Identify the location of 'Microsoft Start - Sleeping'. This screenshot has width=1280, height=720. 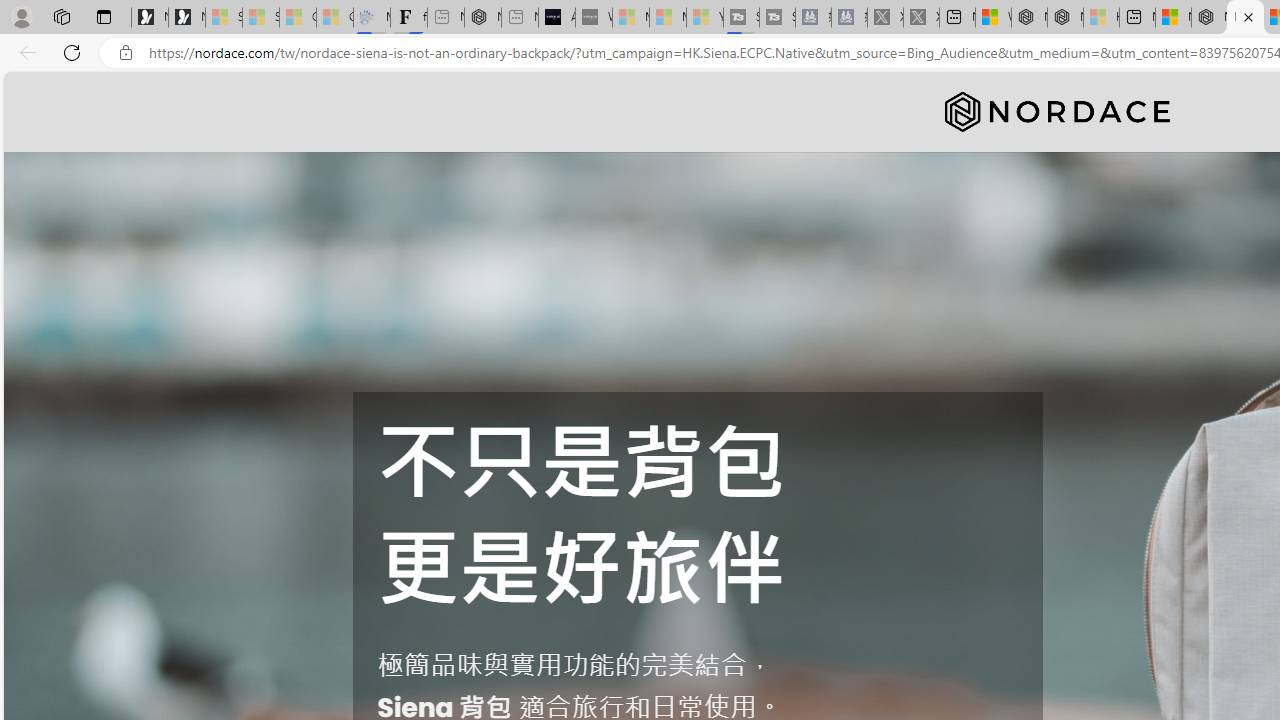
(668, 17).